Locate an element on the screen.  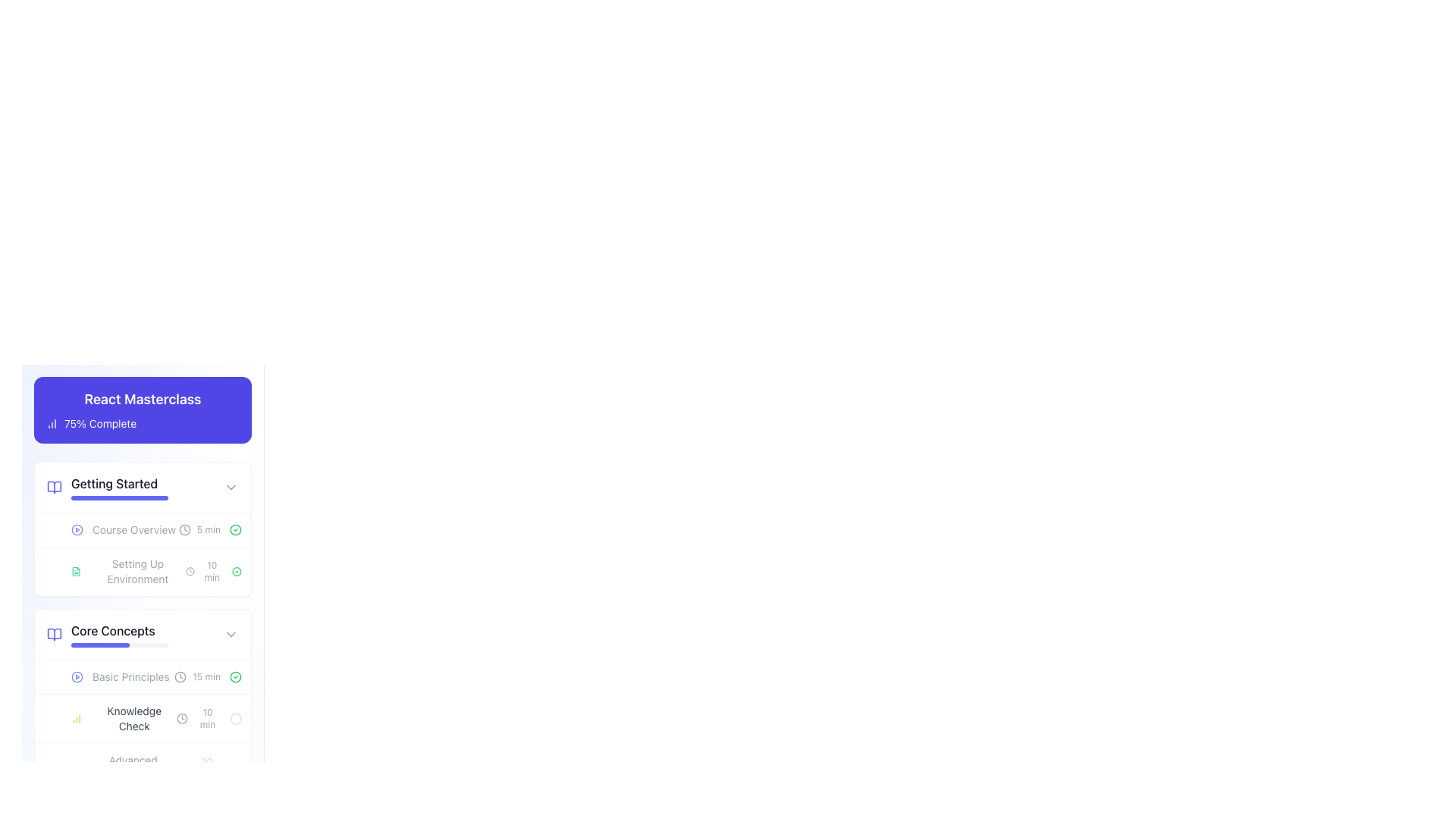
text label '5 min' located in the 'Getting Started' section of the 'React Masterclass' interface, positioned to the right of the 'Course Overview' text, between a clock icon and a check icon is located at coordinates (209, 529).